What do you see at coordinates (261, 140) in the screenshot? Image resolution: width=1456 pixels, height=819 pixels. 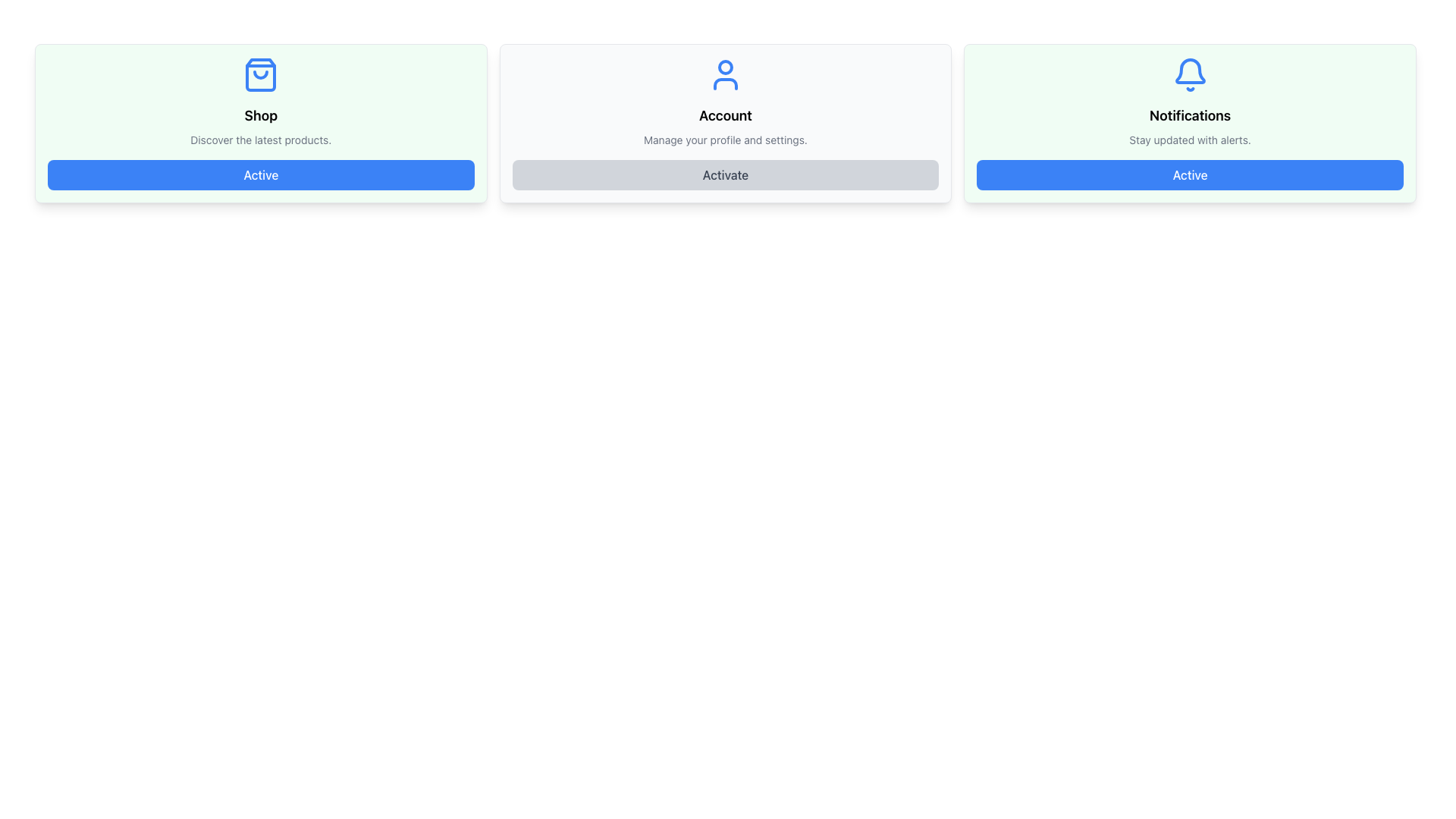 I see `the descriptive text label within the 'Shop' card, which is located below the bold 'Shop' title and above the blue 'Active' button` at bounding box center [261, 140].